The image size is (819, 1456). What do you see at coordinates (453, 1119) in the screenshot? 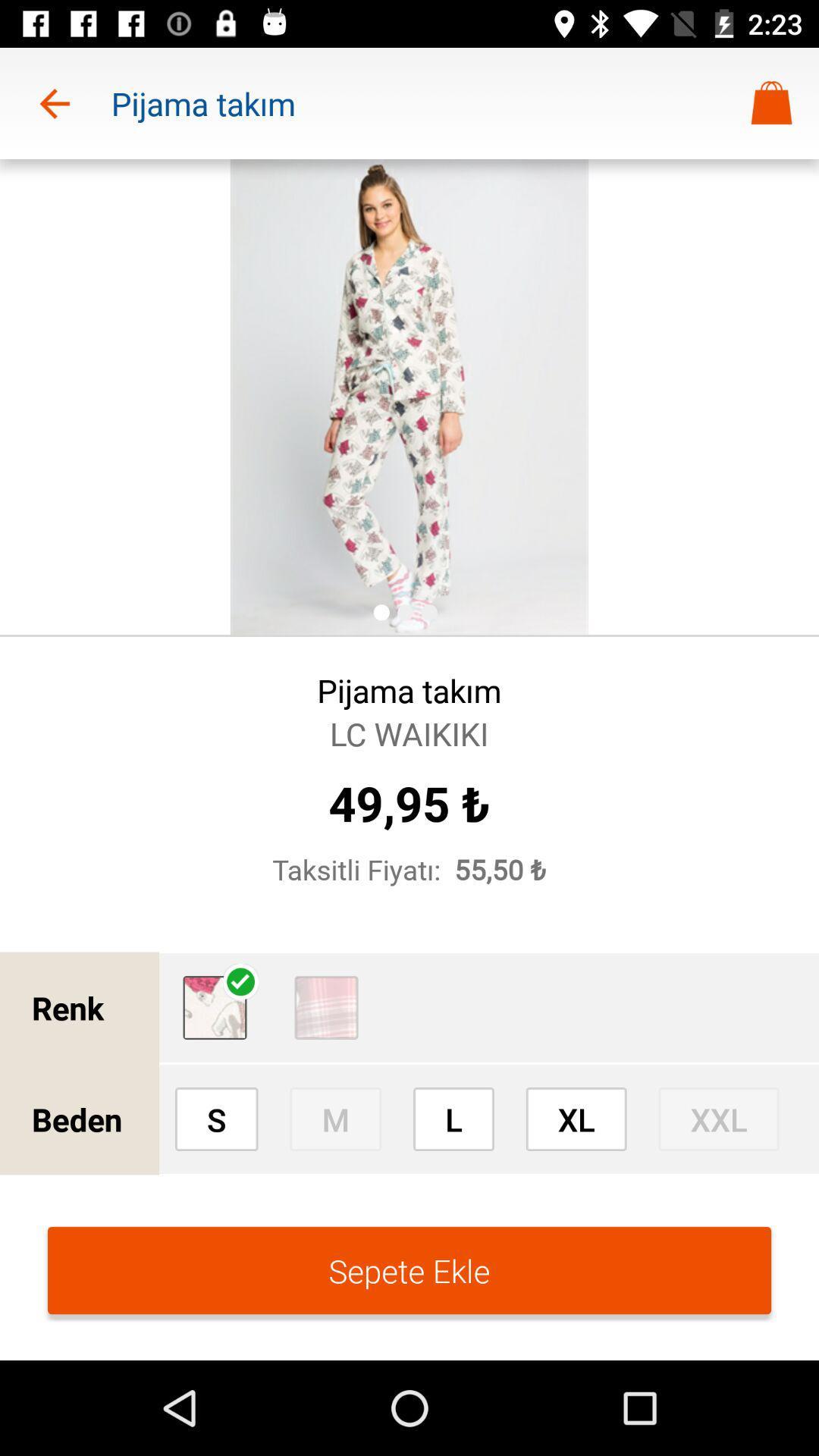
I see `l` at bounding box center [453, 1119].